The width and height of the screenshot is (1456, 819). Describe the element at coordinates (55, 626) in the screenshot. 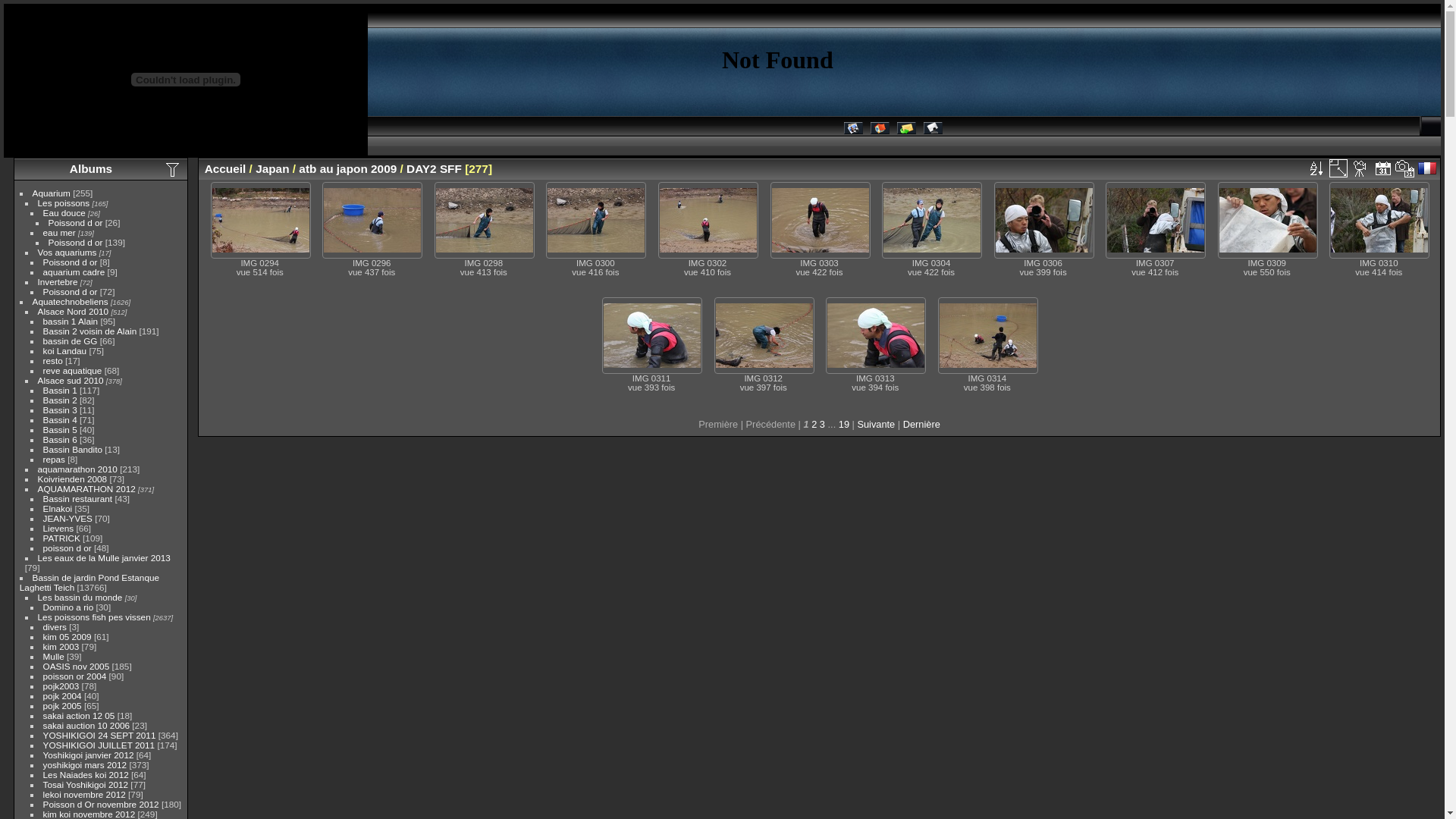

I see `'divers'` at that location.